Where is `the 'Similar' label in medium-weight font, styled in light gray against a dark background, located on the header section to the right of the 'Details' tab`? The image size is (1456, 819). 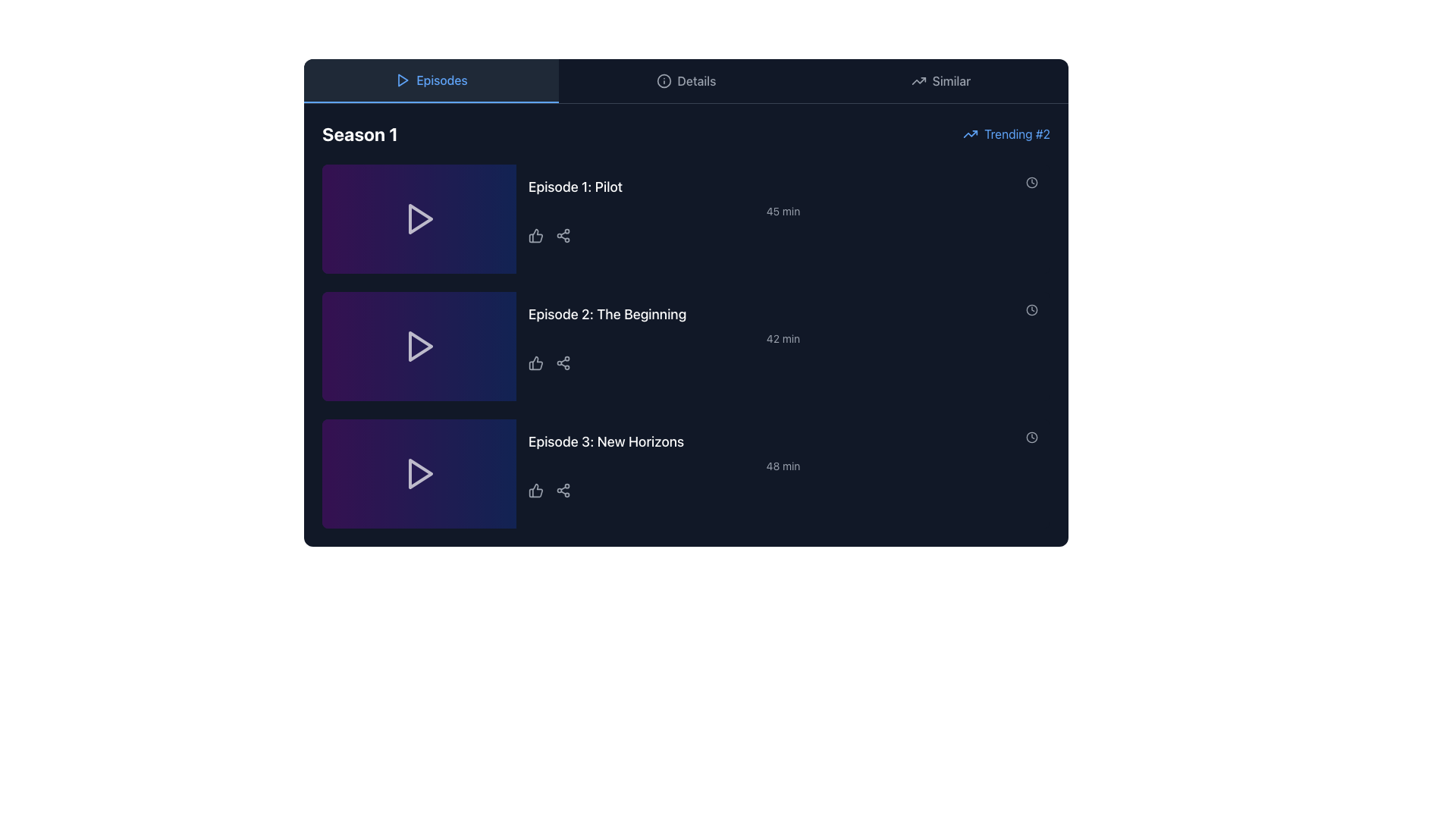 the 'Similar' label in medium-weight font, styled in light gray against a dark background, located on the header section to the right of the 'Details' tab is located at coordinates (950, 81).